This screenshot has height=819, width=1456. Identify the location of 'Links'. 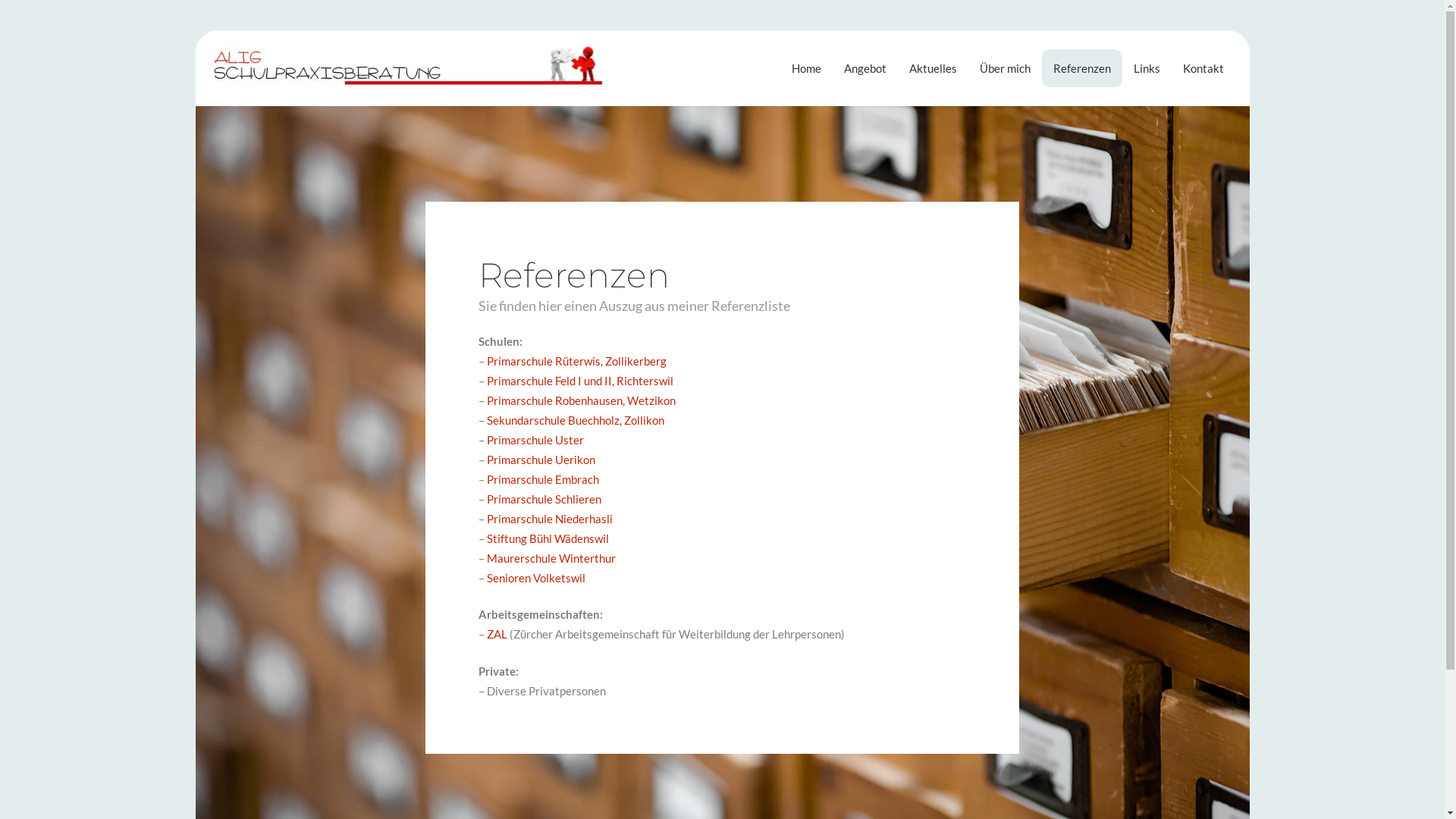
(1147, 67).